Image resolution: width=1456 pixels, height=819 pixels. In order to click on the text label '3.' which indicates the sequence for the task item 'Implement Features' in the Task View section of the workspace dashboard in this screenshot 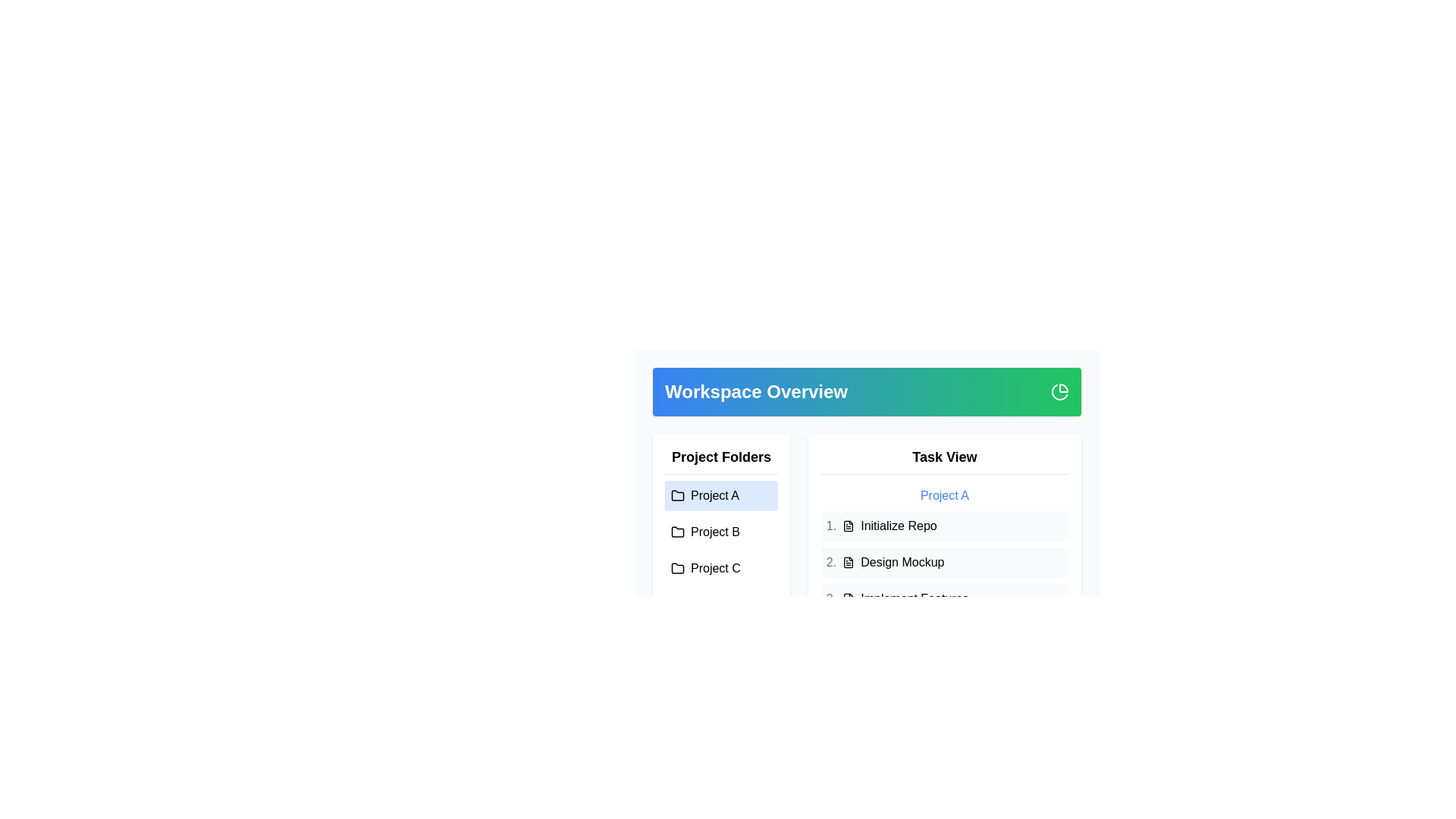, I will do `click(830, 598)`.